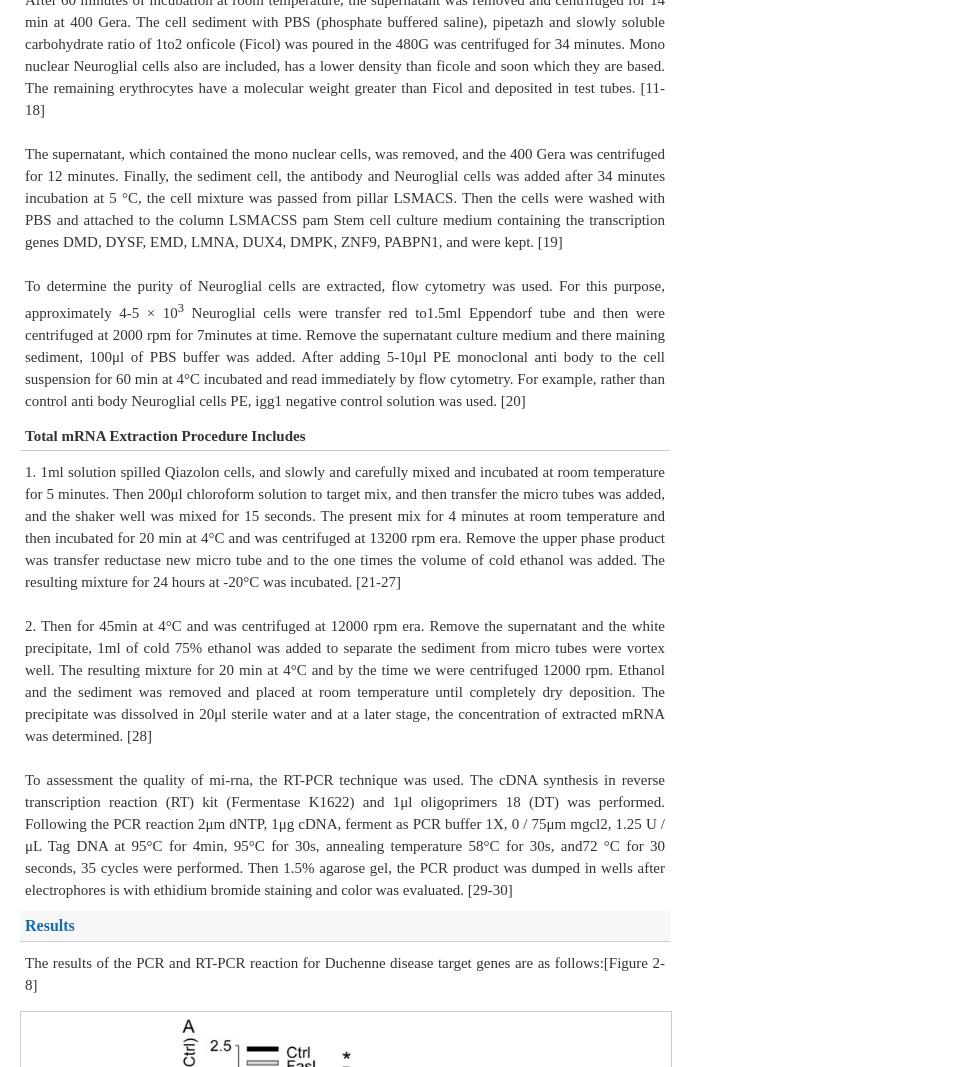 The image size is (960, 1067). I want to click on 'To determine the purity of Neuroglial cells are extracted,
flow cytometry was used. For this purpose, approximately 4-5
× 10', so click(345, 298).